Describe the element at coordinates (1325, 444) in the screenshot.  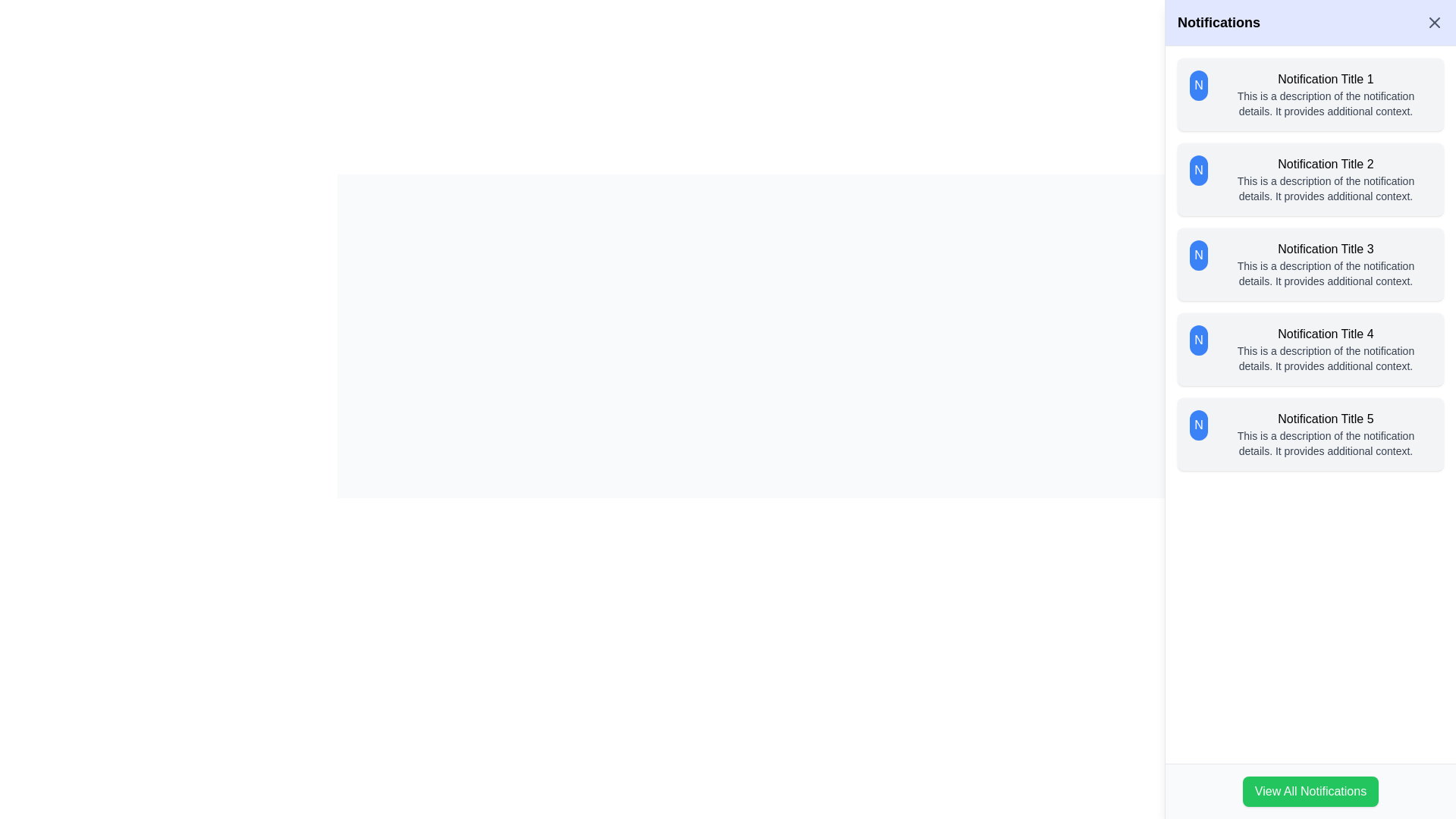
I see `the descriptive text display related to 'Notification Title 5' within the fifth notification card` at that location.